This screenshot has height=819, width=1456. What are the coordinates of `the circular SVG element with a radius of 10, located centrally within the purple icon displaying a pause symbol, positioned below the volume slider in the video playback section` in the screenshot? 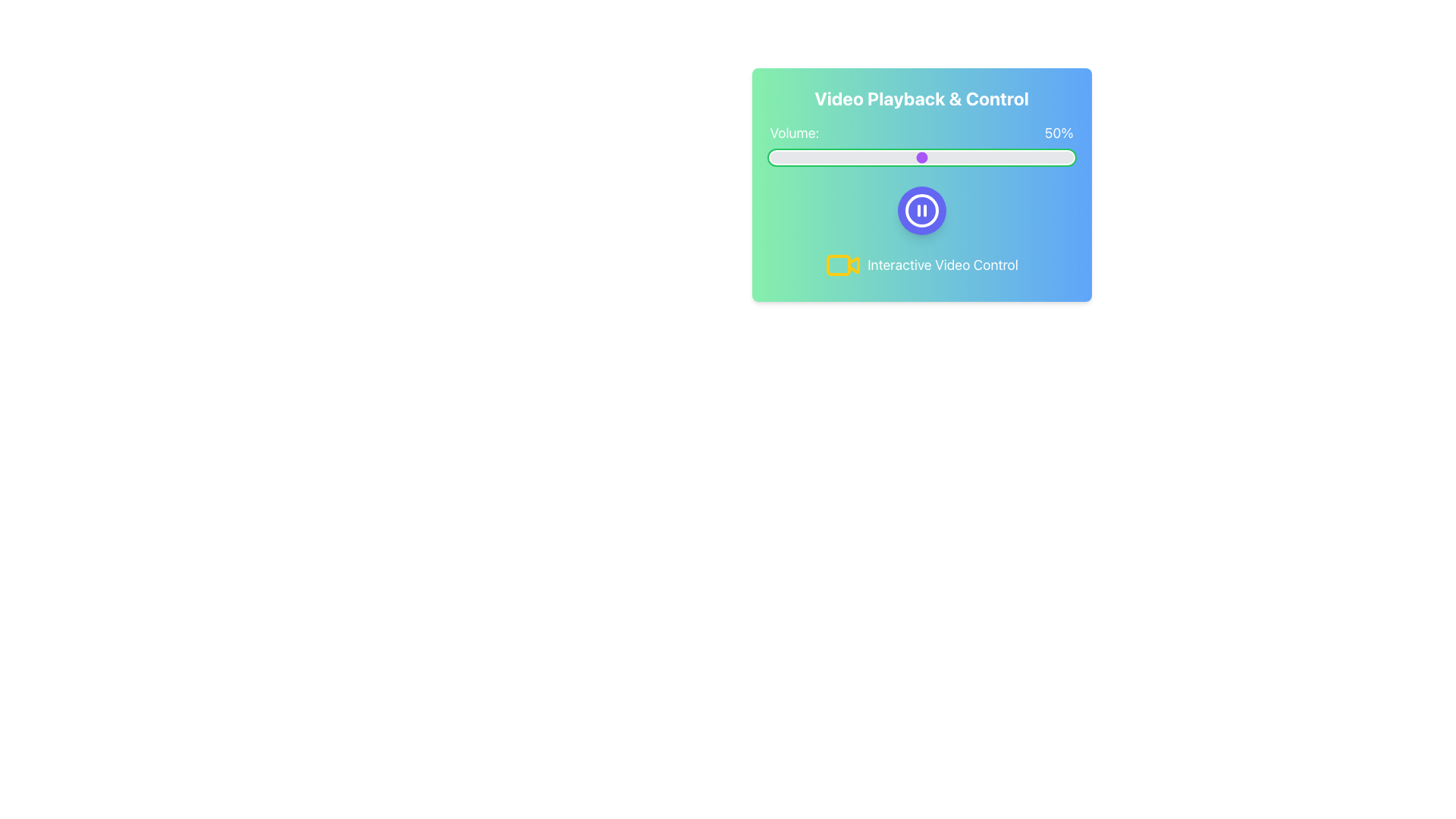 It's located at (921, 210).